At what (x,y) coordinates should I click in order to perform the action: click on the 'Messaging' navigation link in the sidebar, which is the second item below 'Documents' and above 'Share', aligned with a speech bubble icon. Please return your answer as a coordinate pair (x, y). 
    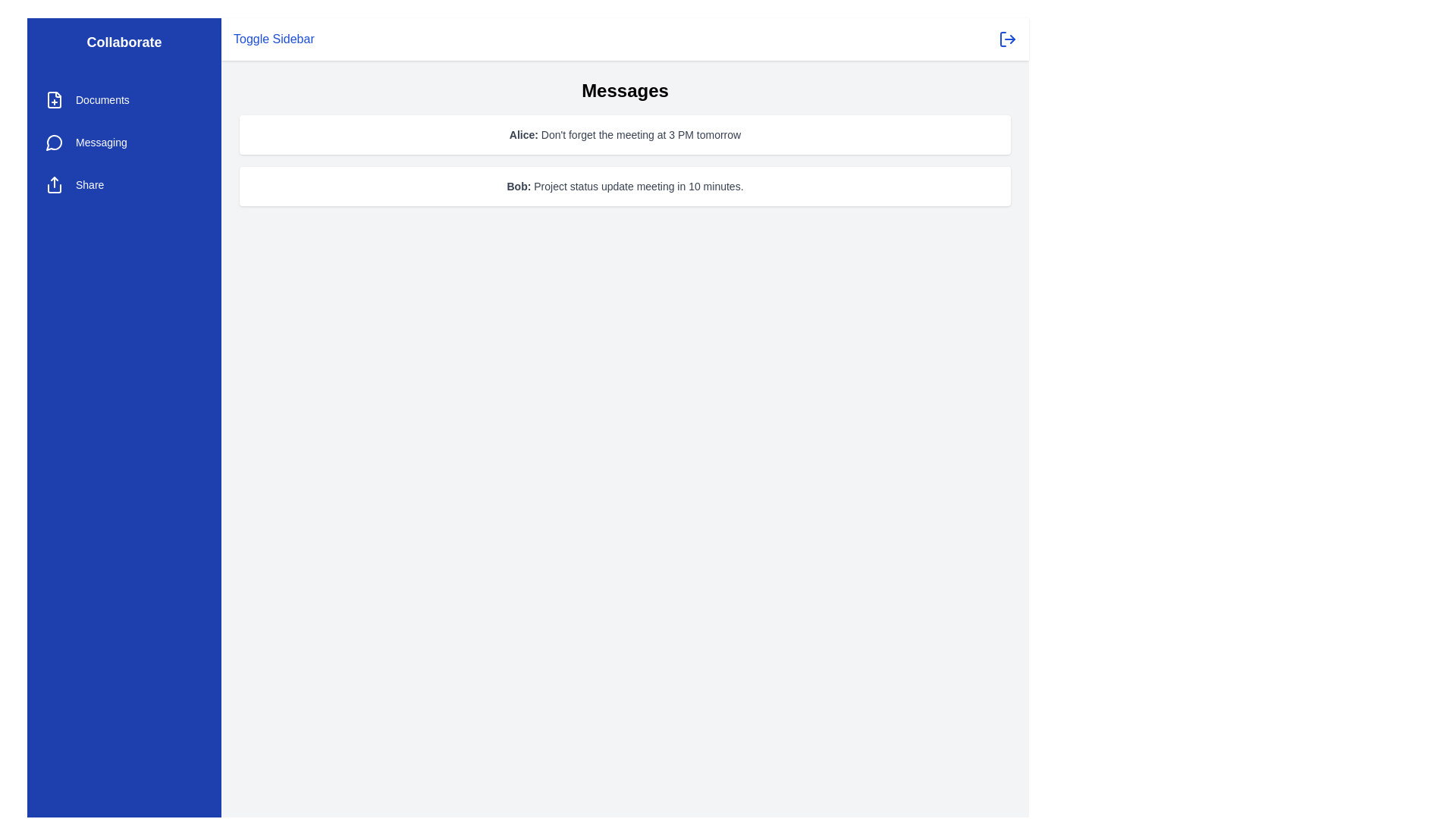
    Looking at the image, I should click on (100, 143).